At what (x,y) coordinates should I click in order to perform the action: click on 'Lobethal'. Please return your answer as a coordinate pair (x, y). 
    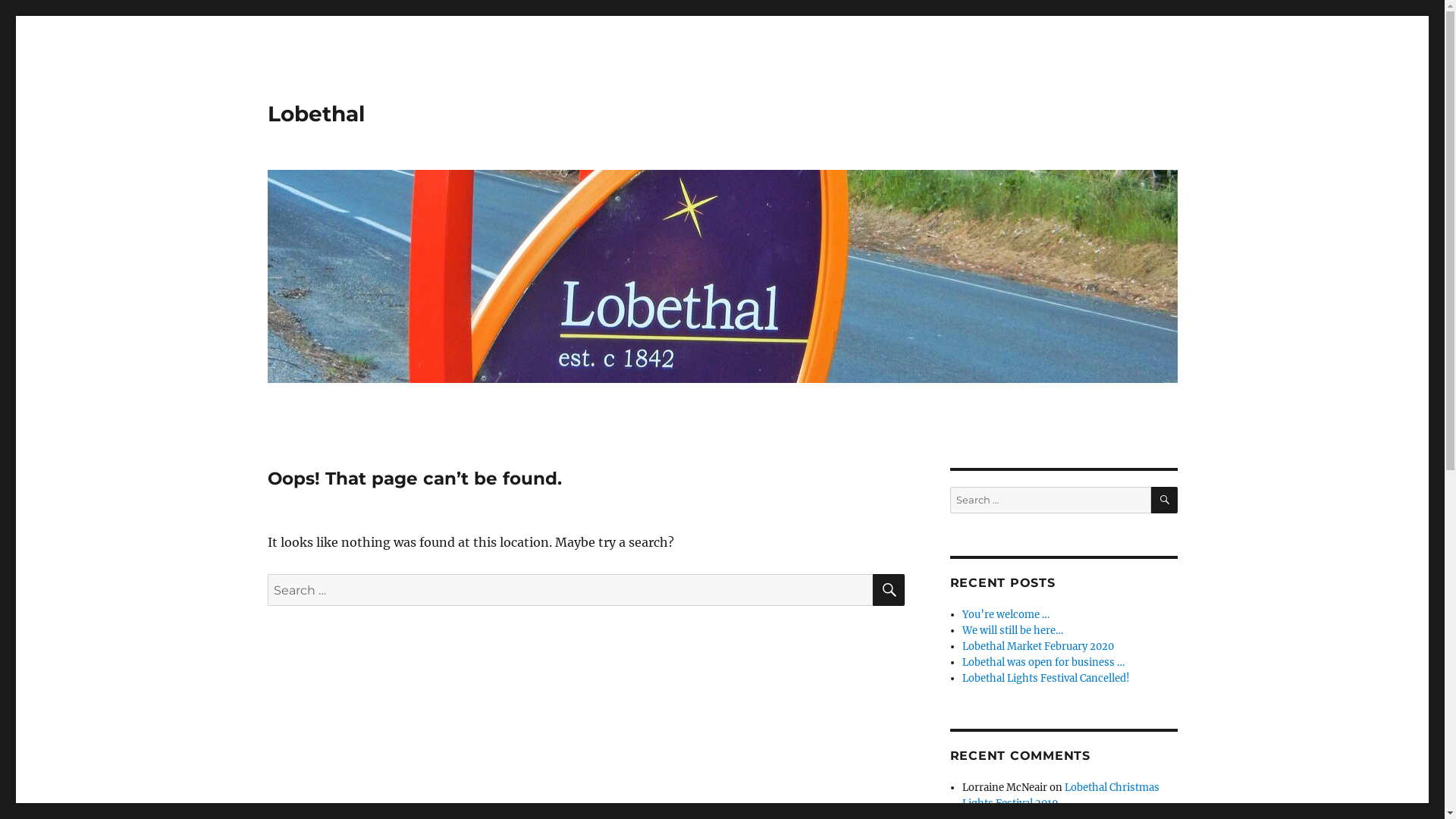
    Looking at the image, I should click on (315, 113).